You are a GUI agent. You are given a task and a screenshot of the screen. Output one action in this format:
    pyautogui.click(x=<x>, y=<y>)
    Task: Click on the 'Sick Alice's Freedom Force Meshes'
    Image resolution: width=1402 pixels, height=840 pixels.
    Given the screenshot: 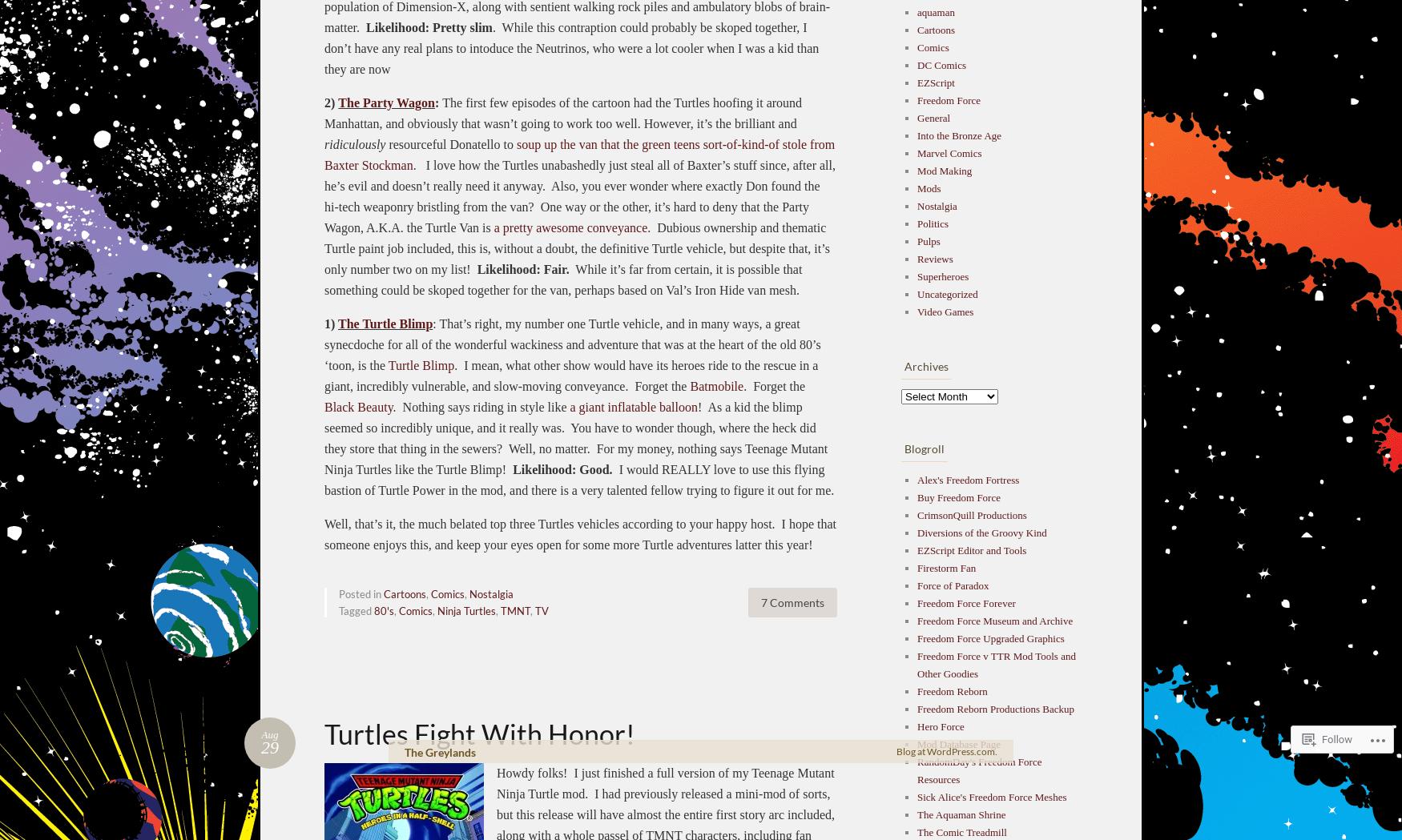 What is the action you would take?
    pyautogui.click(x=991, y=795)
    